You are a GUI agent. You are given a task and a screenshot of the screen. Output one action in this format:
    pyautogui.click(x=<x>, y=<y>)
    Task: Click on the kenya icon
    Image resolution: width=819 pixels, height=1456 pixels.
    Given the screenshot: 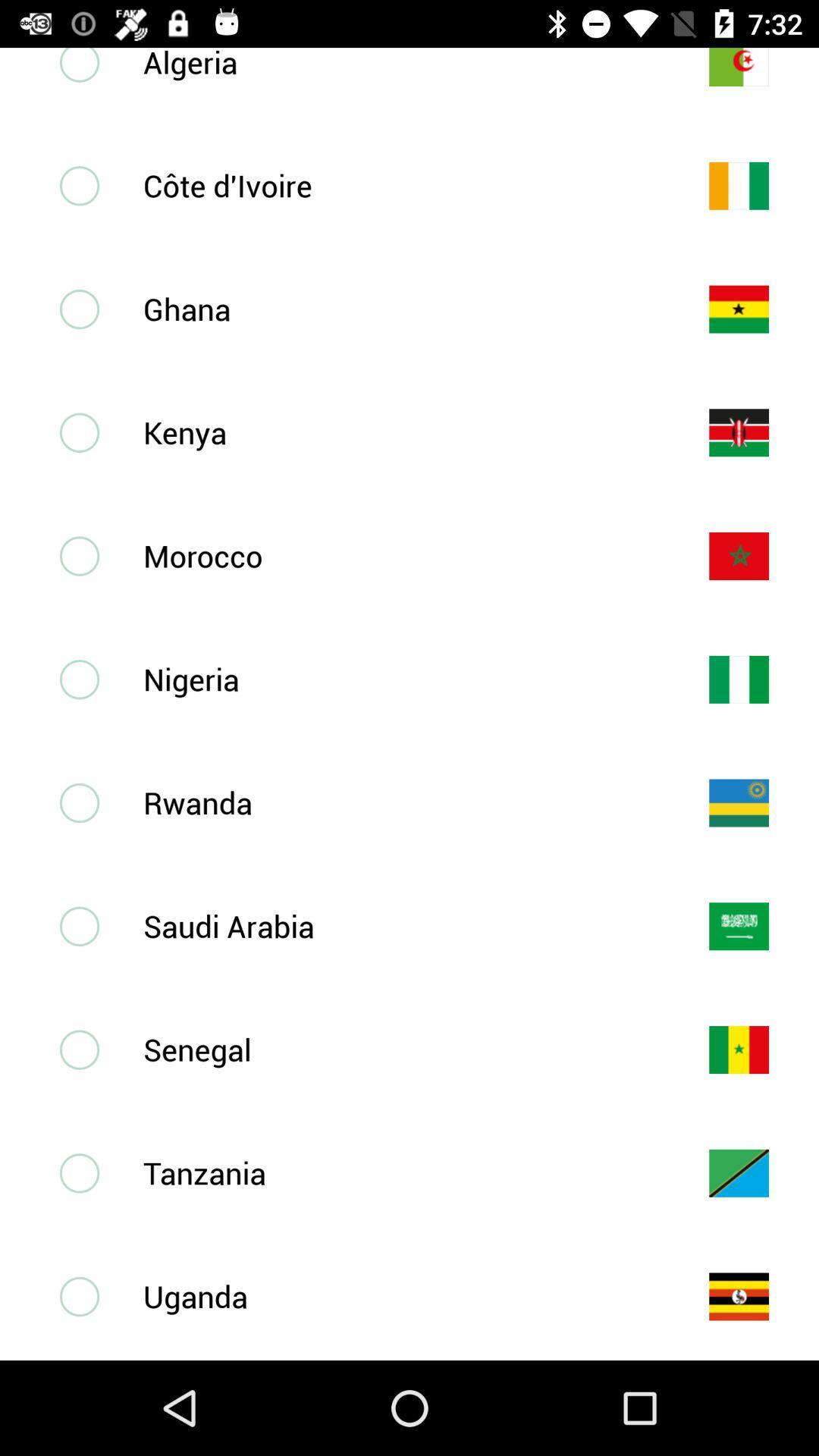 What is the action you would take?
    pyautogui.click(x=400, y=431)
    